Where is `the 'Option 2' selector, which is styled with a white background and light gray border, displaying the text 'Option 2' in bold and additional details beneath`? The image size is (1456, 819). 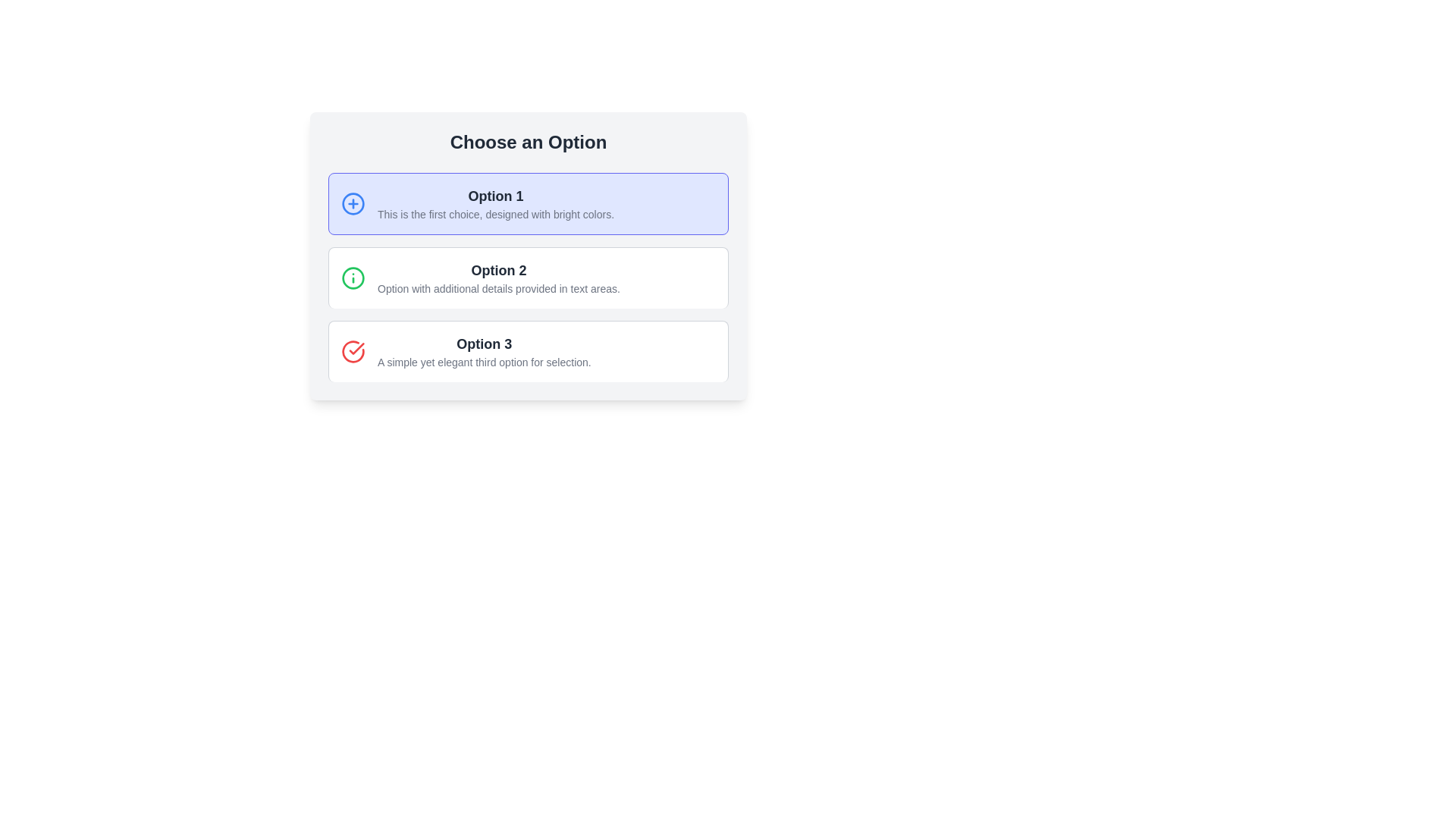 the 'Option 2' selector, which is styled with a white background and light gray border, displaying the text 'Option 2' in bold and additional details beneath is located at coordinates (528, 278).